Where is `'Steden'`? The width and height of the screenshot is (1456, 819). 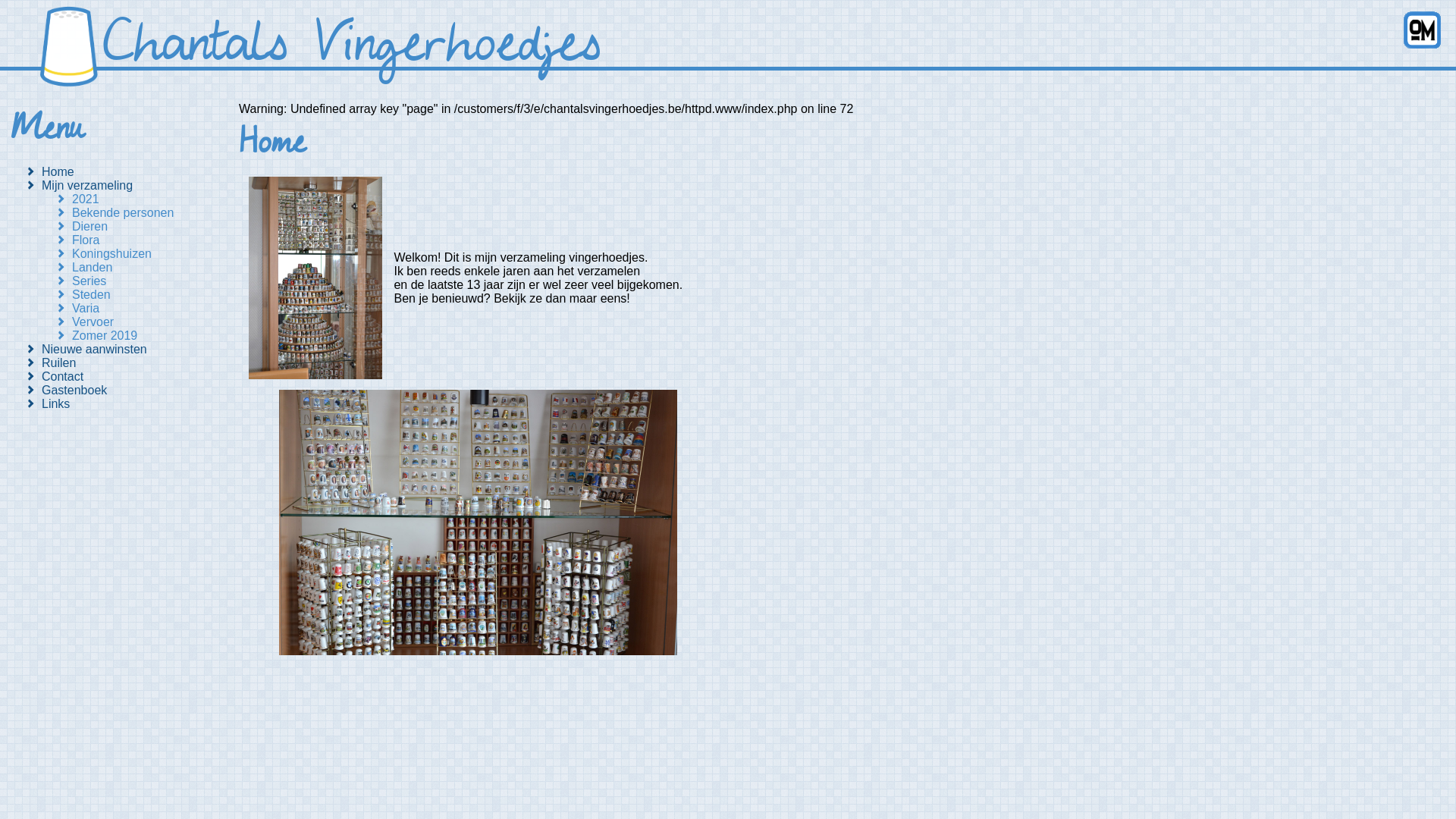
'Steden' is located at coordinates (144, 295).